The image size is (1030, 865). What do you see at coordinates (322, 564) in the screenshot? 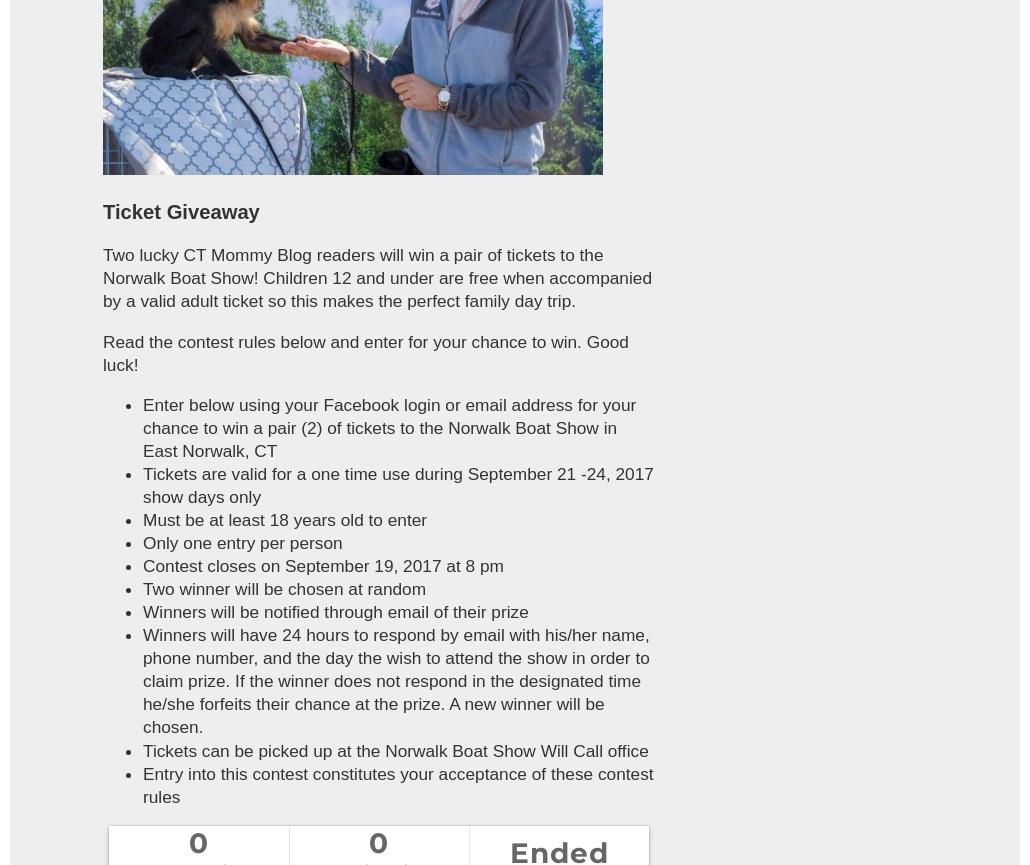
I see `'Contest closes on September 19, 2017 at 8 pm'` at bounding box center [322, 564].